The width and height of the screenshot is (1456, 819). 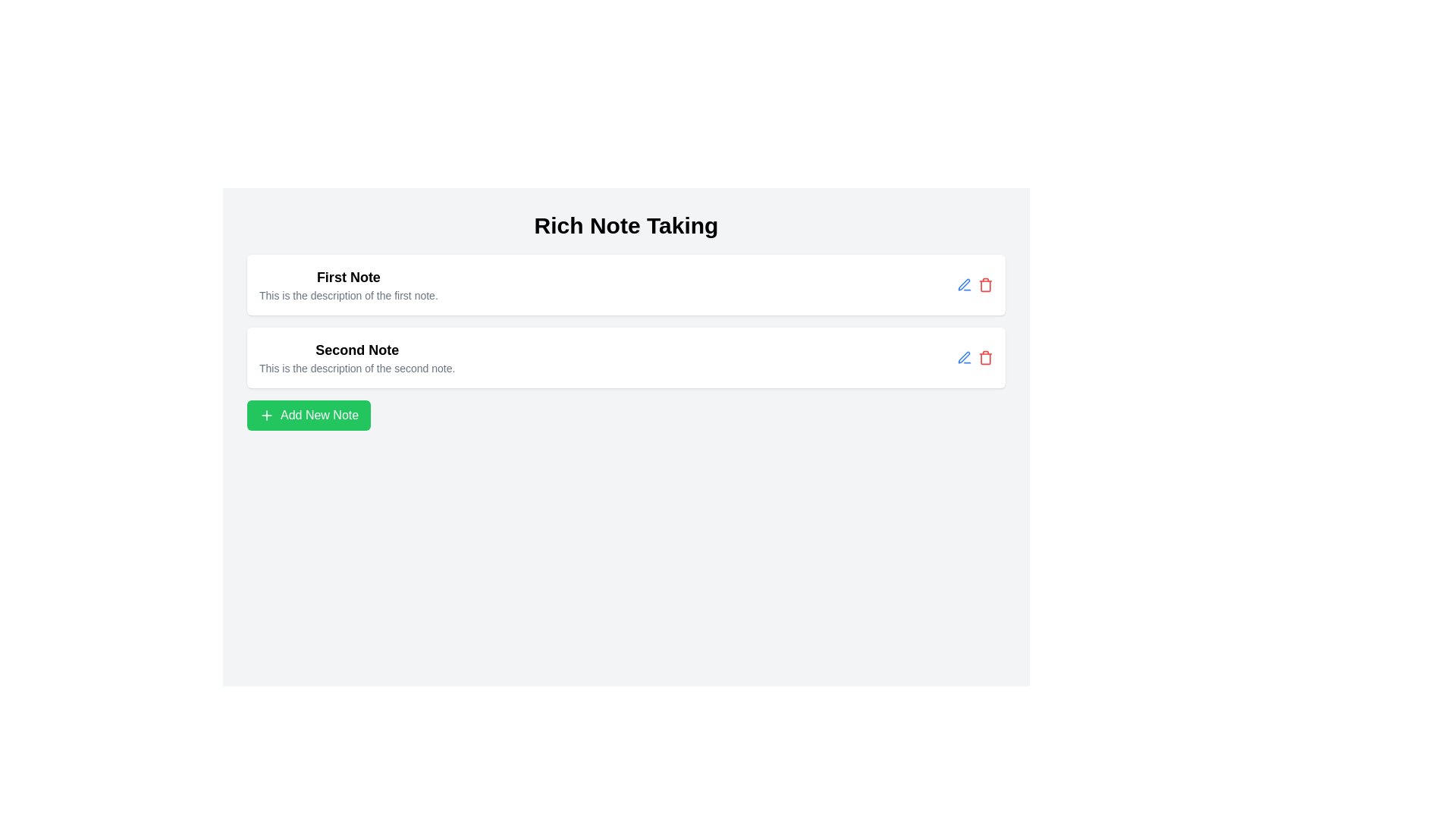 I want to click on the red trash can icon located at the top-right of the first note's card interface, so click(x=986, y=284).